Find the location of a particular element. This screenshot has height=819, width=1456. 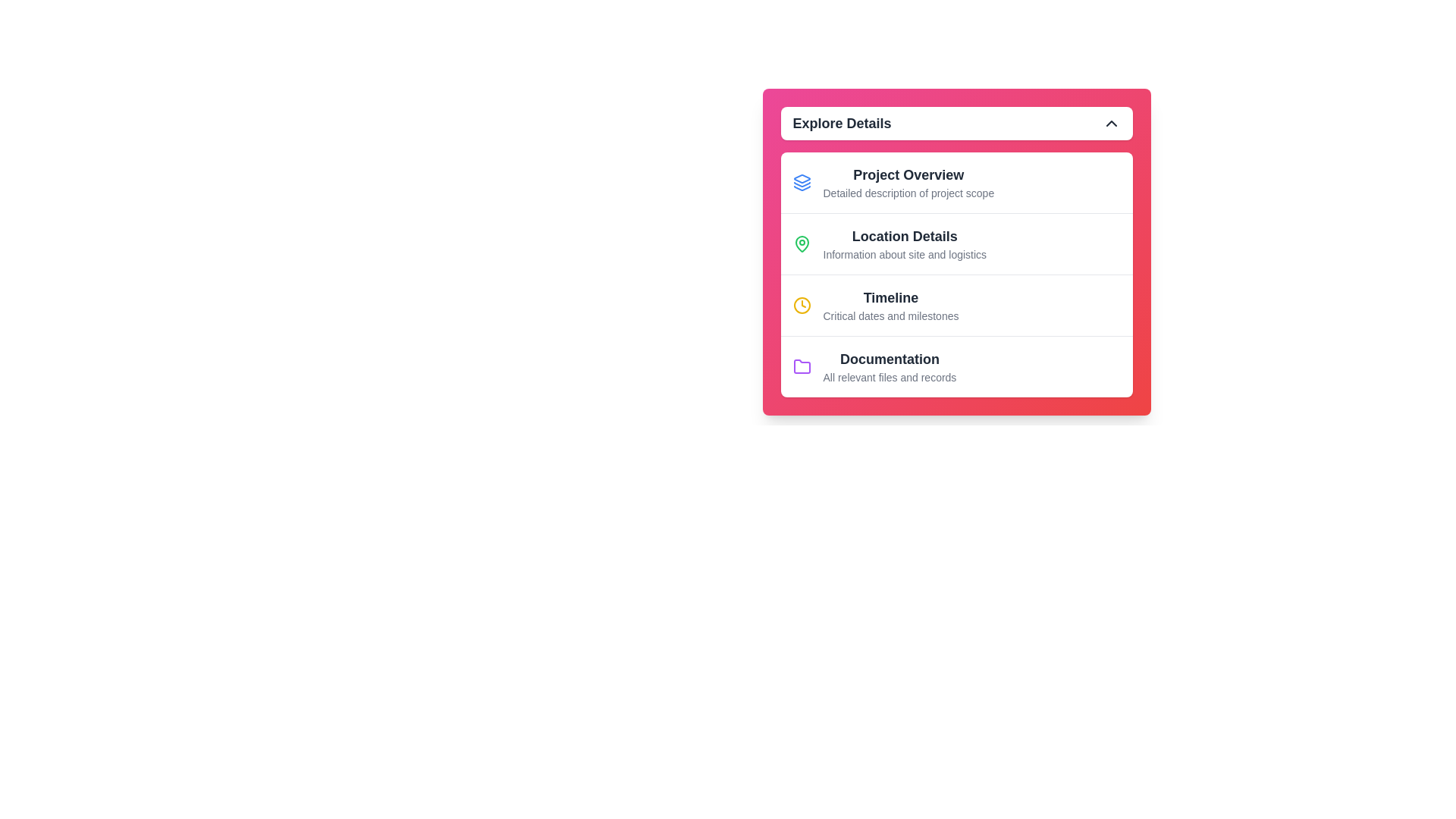

the heading text 'Timeline' which is styled larger and bold, located above the description 'Critical dates and milestones' in the 'Explore Details' panel is located at coordinates (891, 298).